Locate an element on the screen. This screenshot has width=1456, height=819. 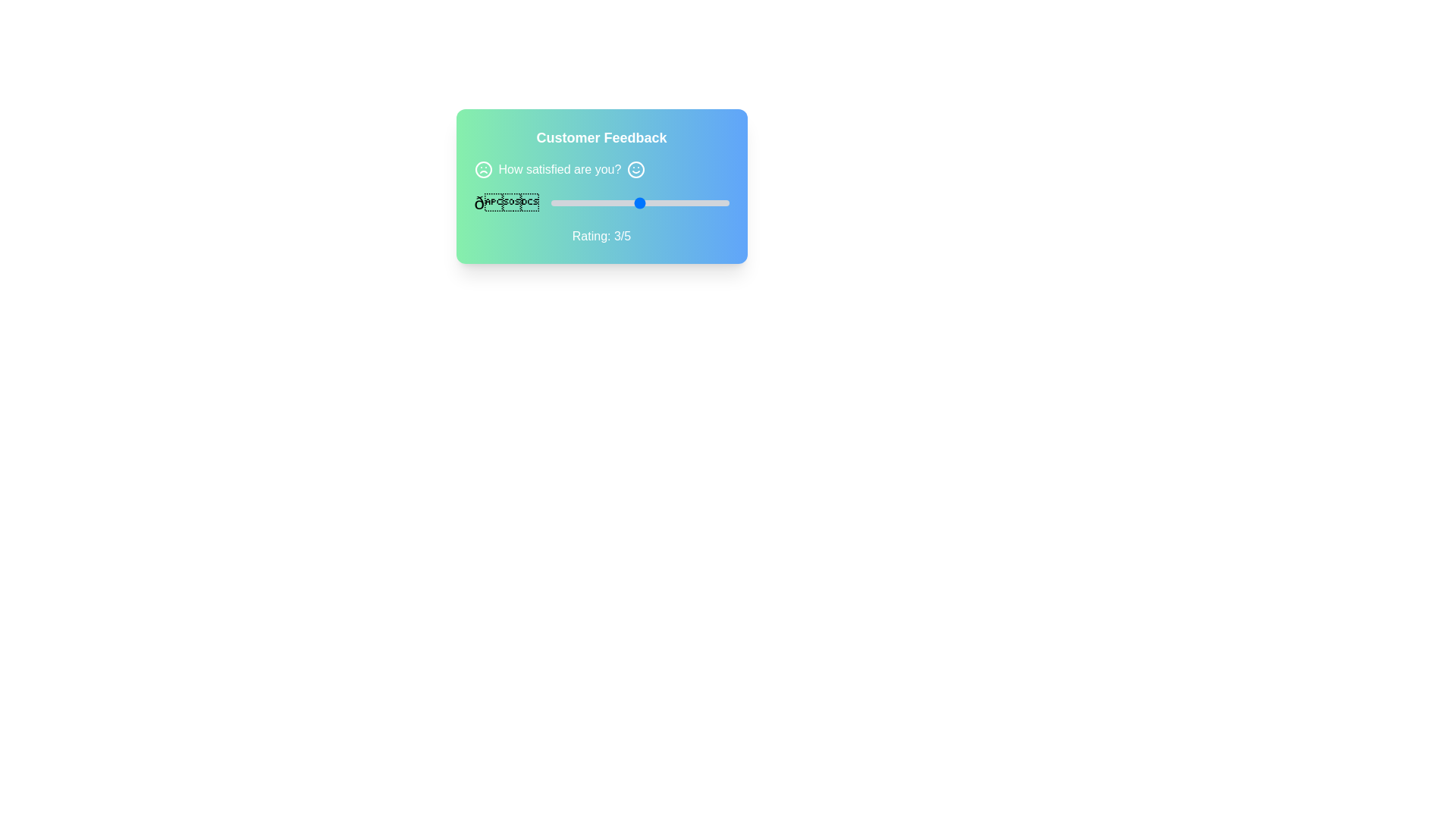
the Unicode or emoji-like textual symbol displayed on the left side of the user feedback section, which is associated with user satisfaction is located at coordinates (507, 202).